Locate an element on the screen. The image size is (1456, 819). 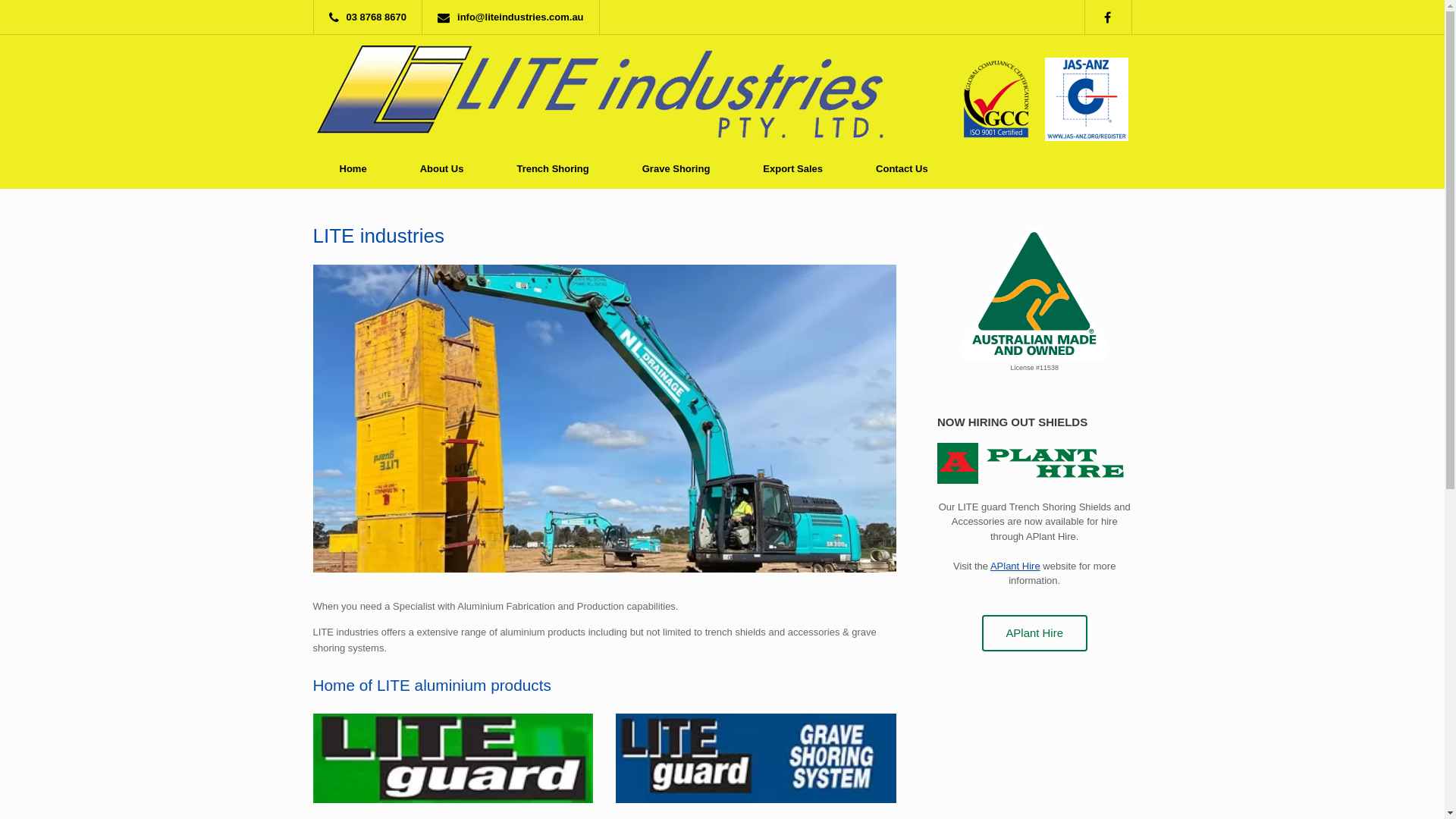
'03 8768 8670' is located at coordinates (372, 17).